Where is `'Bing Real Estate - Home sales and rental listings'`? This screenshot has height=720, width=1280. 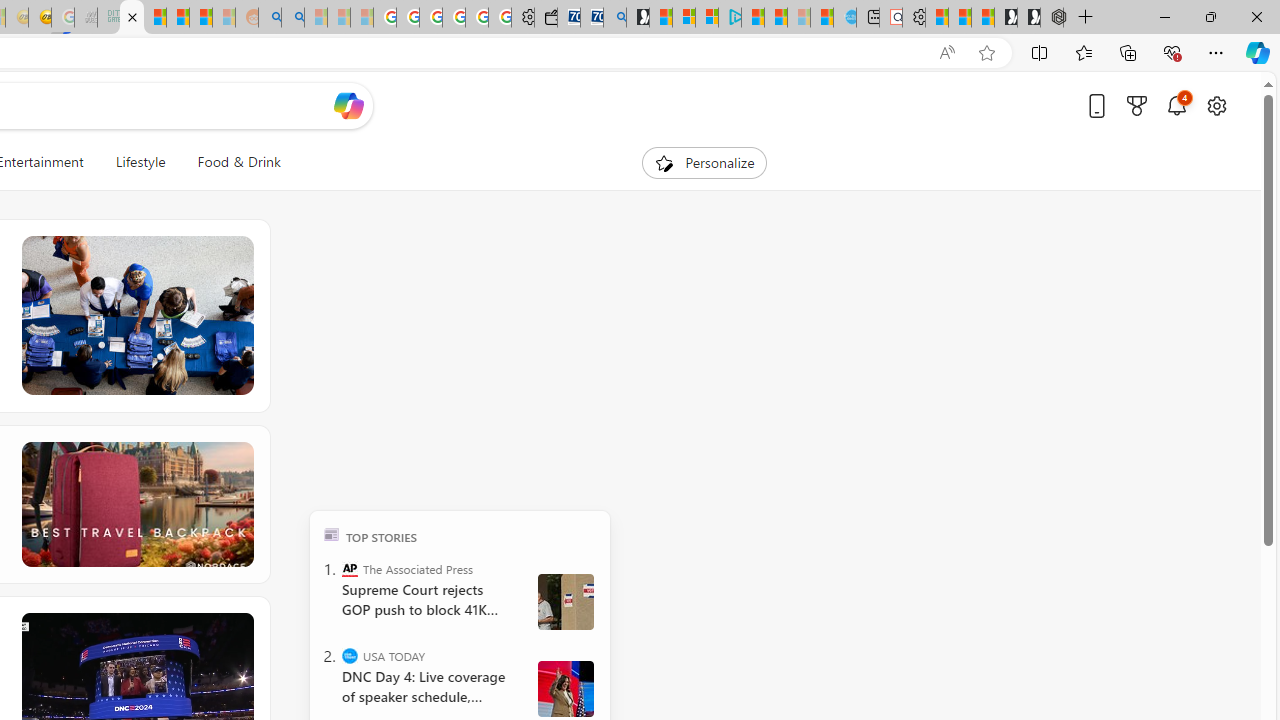 'Bing Real Estate - Home sales and rental listings' is located at coordinates (614, 17).